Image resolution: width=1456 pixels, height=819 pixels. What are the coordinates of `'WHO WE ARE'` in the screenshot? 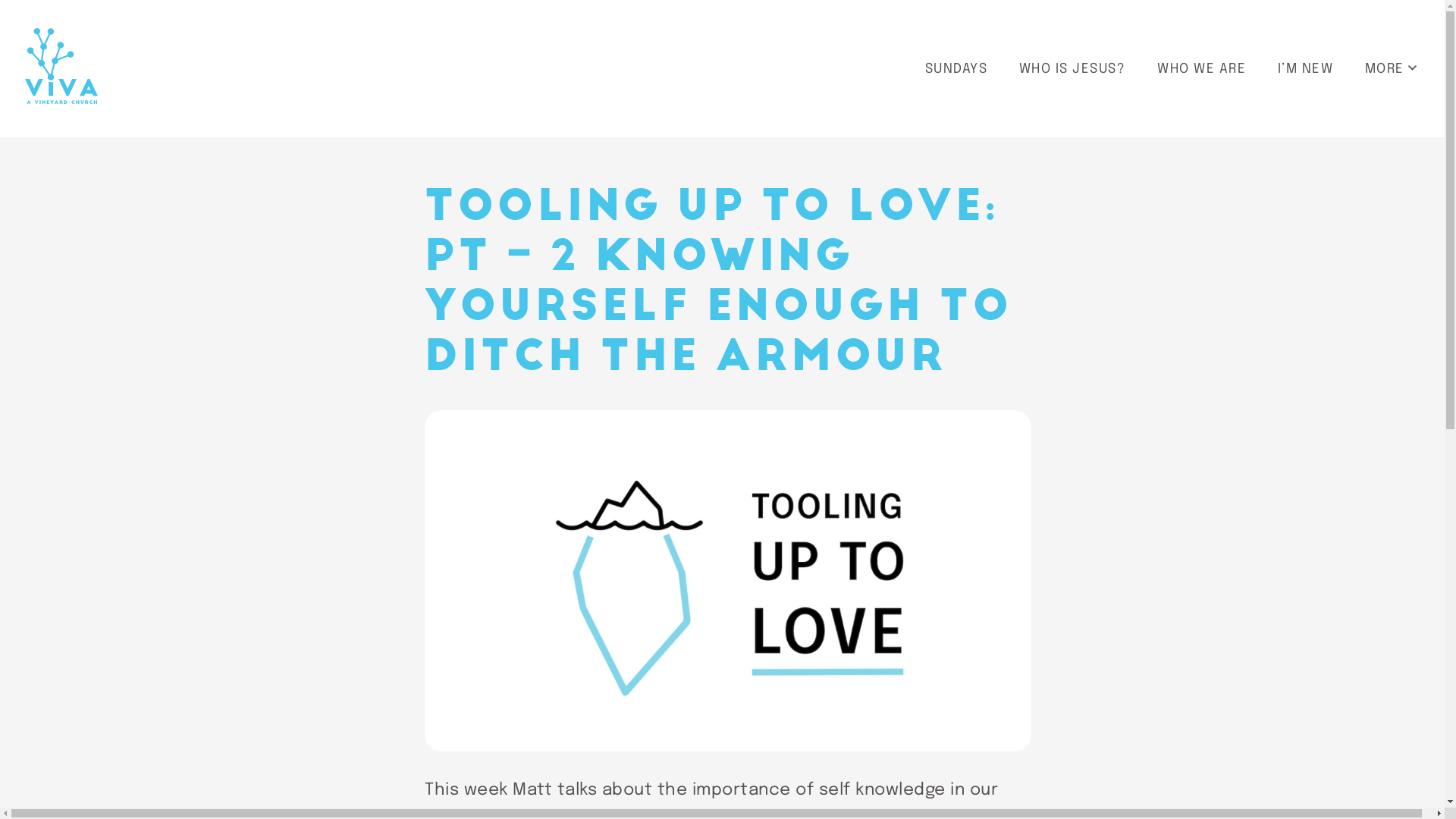 It's located at (1200, 69).